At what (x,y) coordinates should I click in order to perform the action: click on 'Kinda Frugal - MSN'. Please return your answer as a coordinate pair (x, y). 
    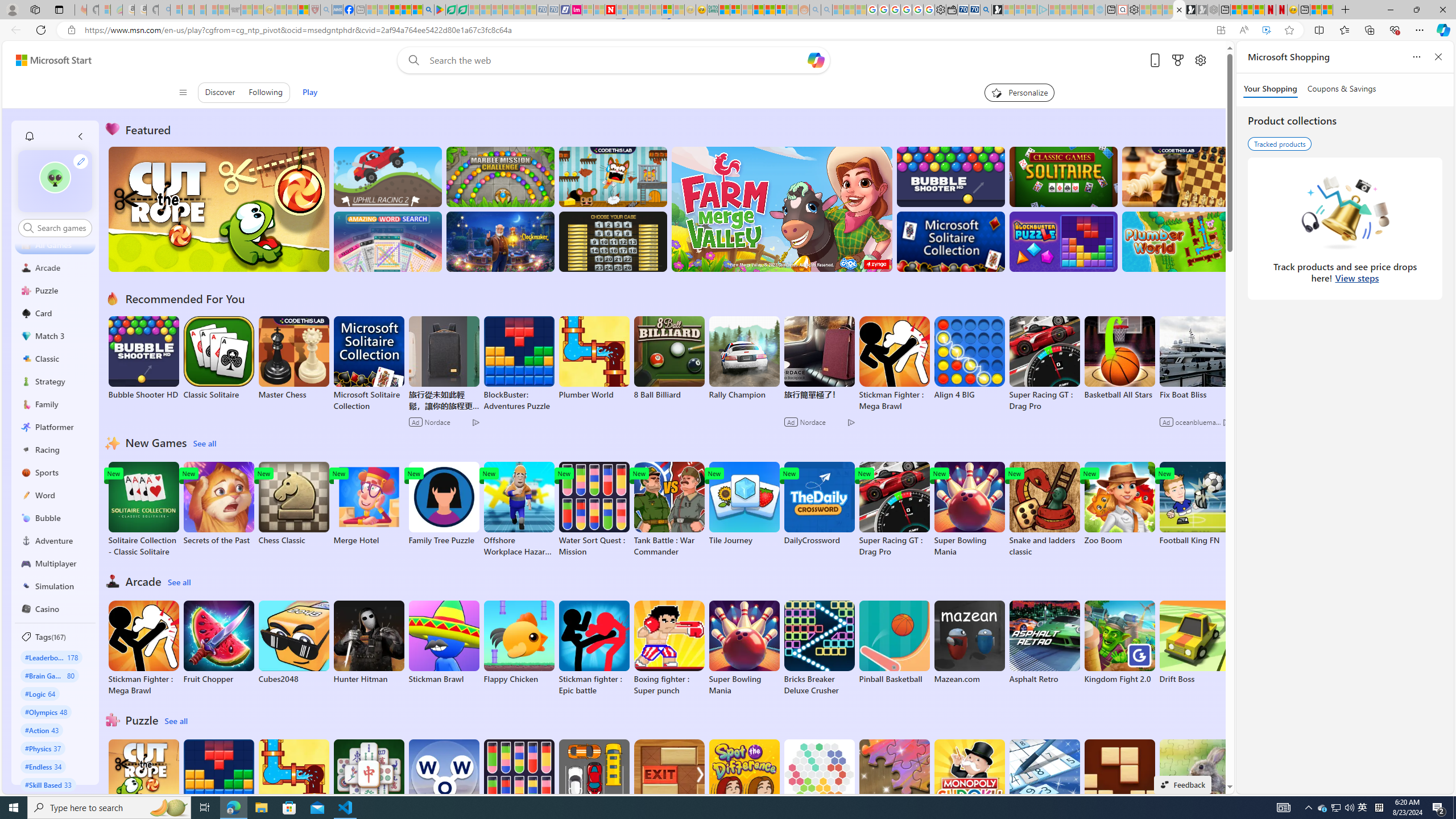
    Looking at the image, I should click on (769, 9).